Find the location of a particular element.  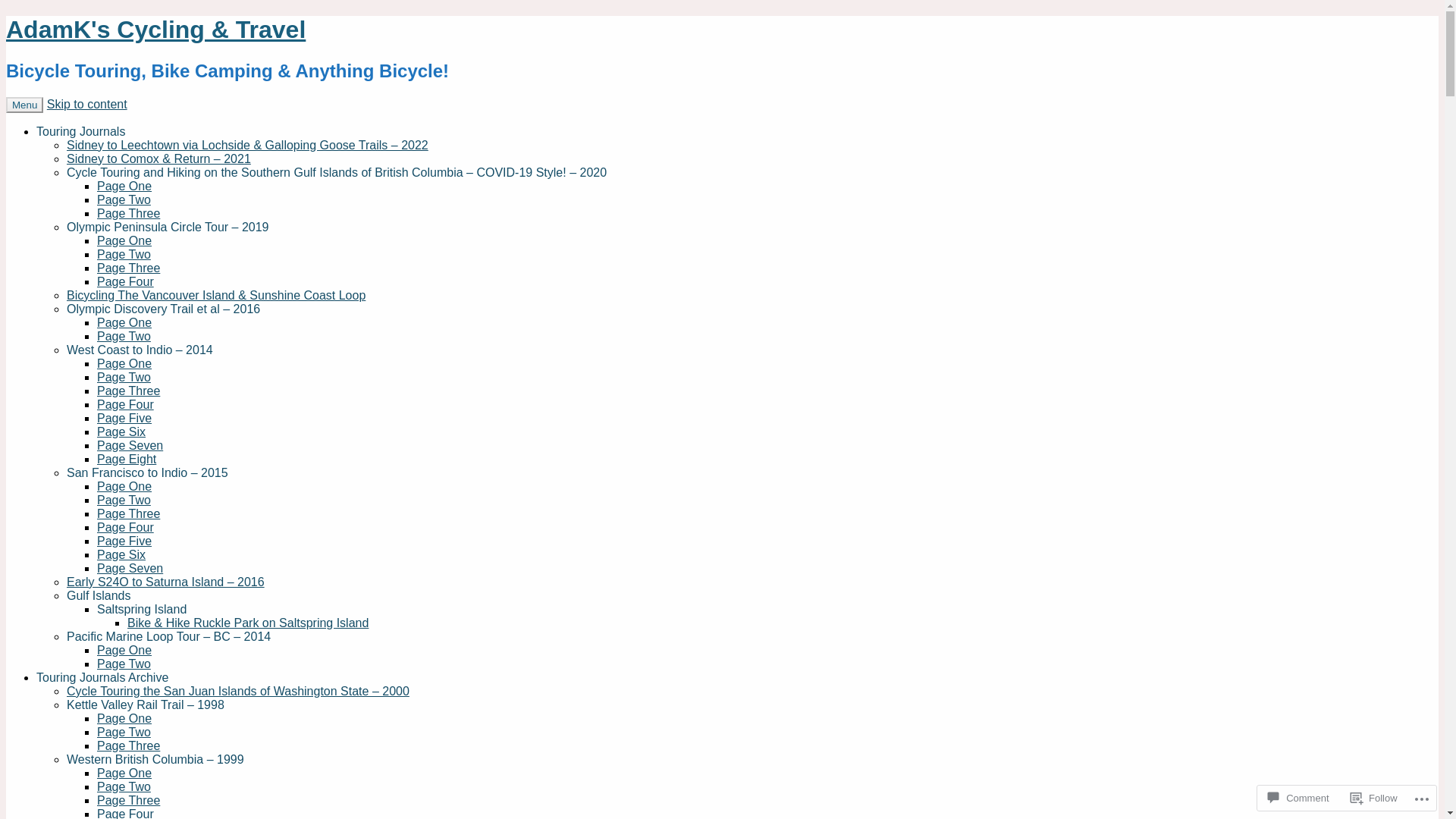

'Page Two' is located at coordinates (124, 199).